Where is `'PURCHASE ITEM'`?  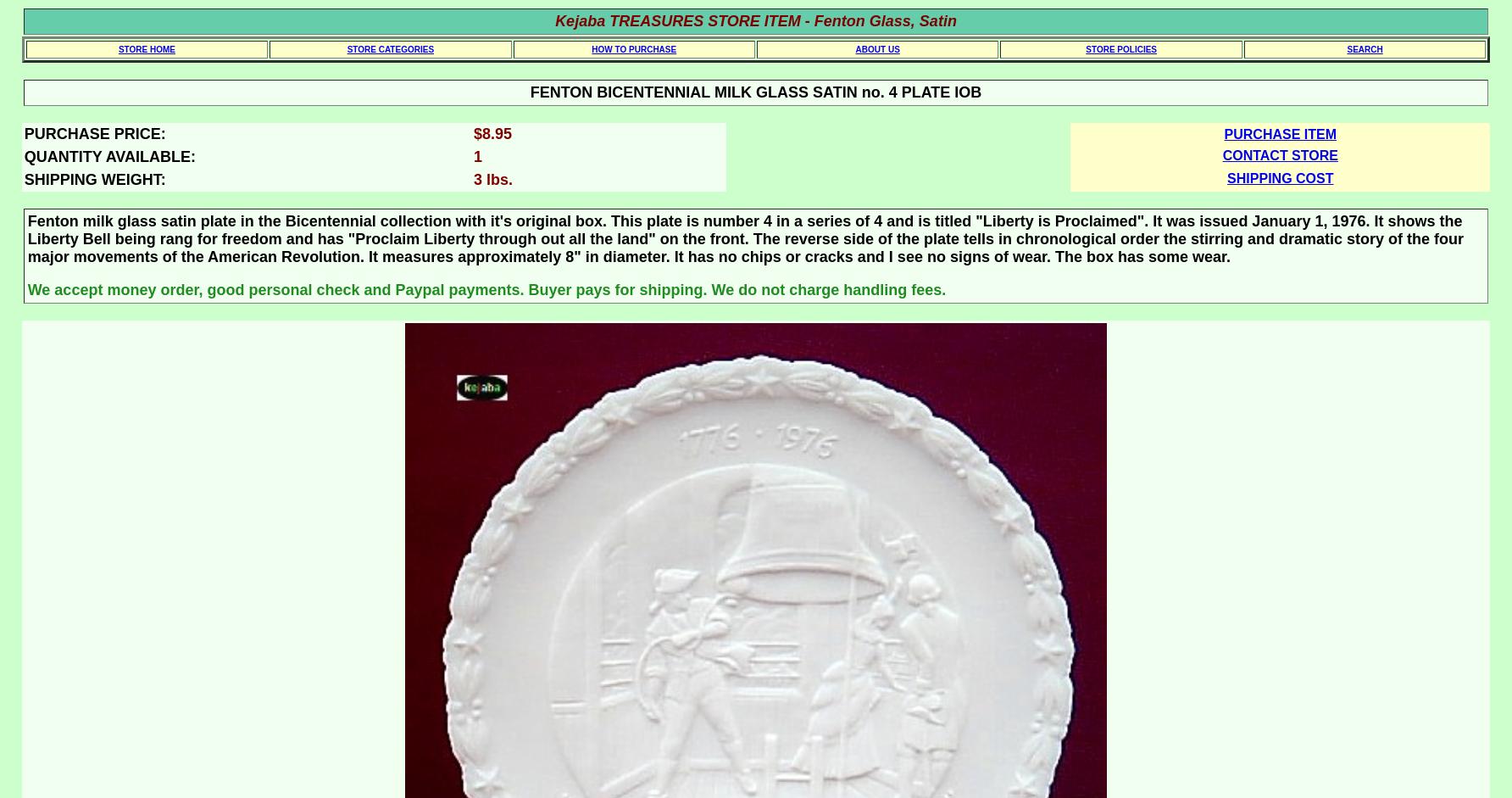
'PURCHASE ITEM' is located at coordinates (1279, 132).